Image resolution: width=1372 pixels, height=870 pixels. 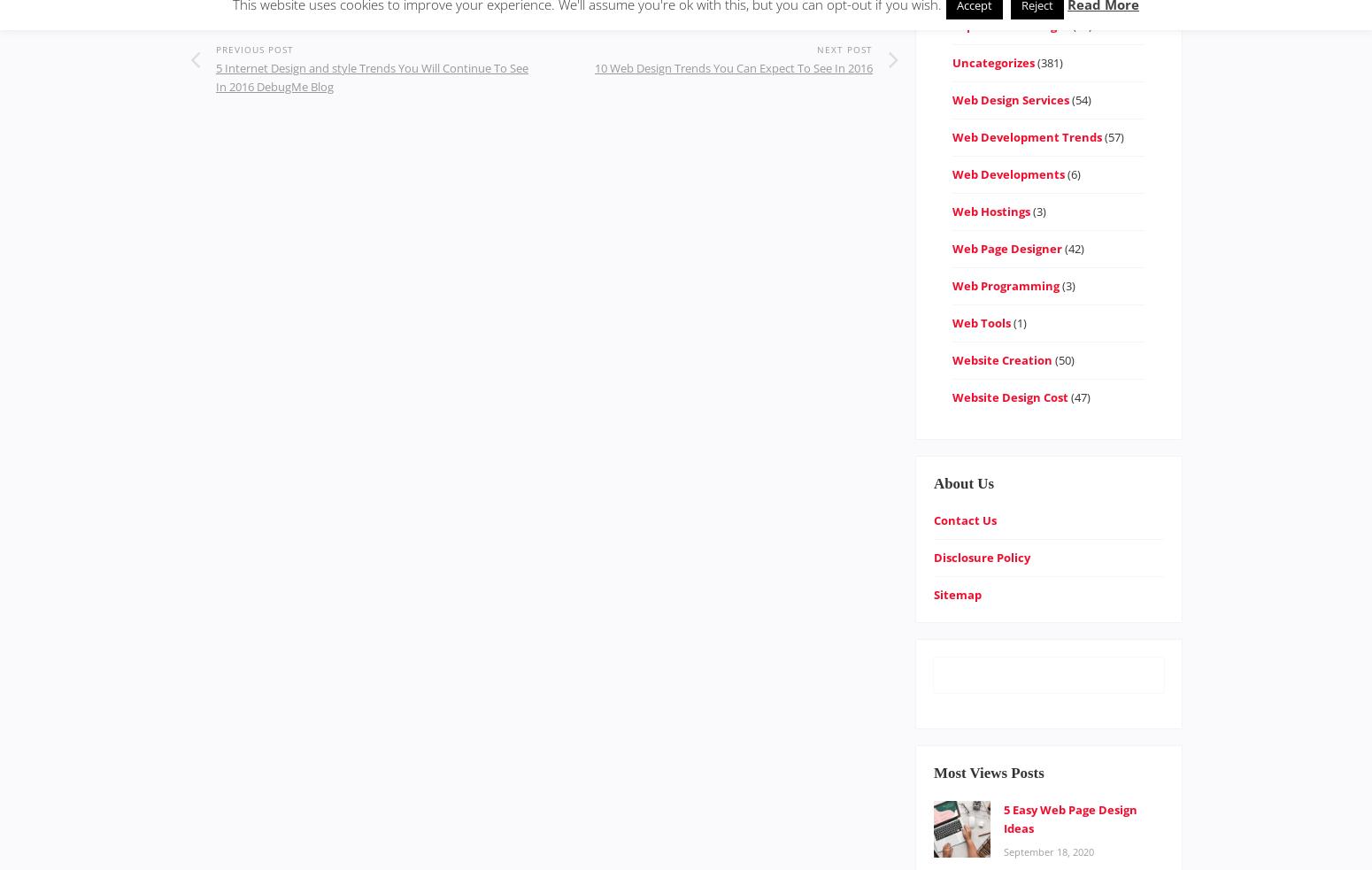 I want to click on '10 Web Design Trends You Can Expect To See In 2016', so click(x=732, y=66).